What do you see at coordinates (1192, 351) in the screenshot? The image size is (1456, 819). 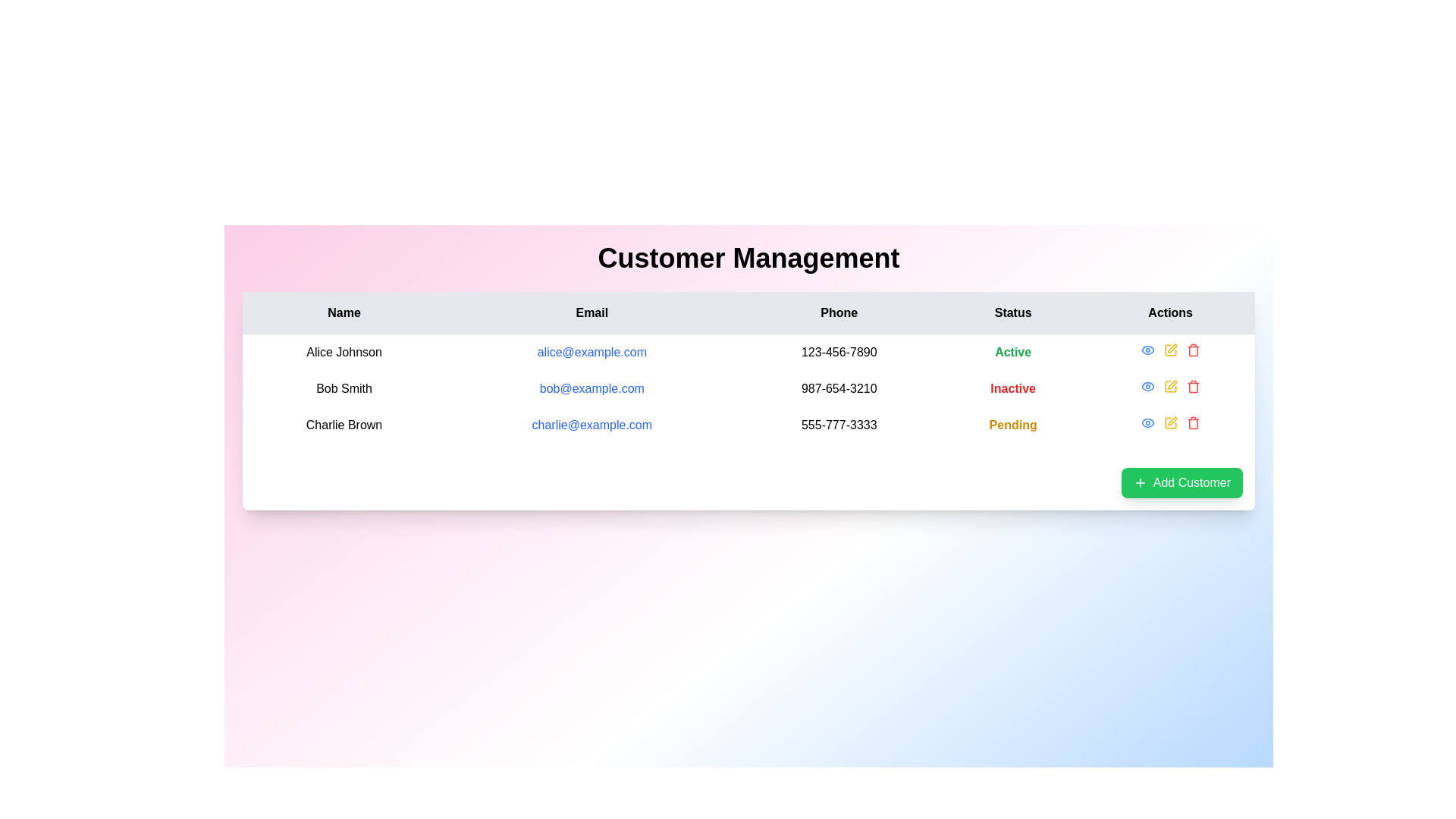 I see `the delete icon button located in the 'Actions' column of the table row for 'Bob Smith'` at bounding box center [1192, 351].